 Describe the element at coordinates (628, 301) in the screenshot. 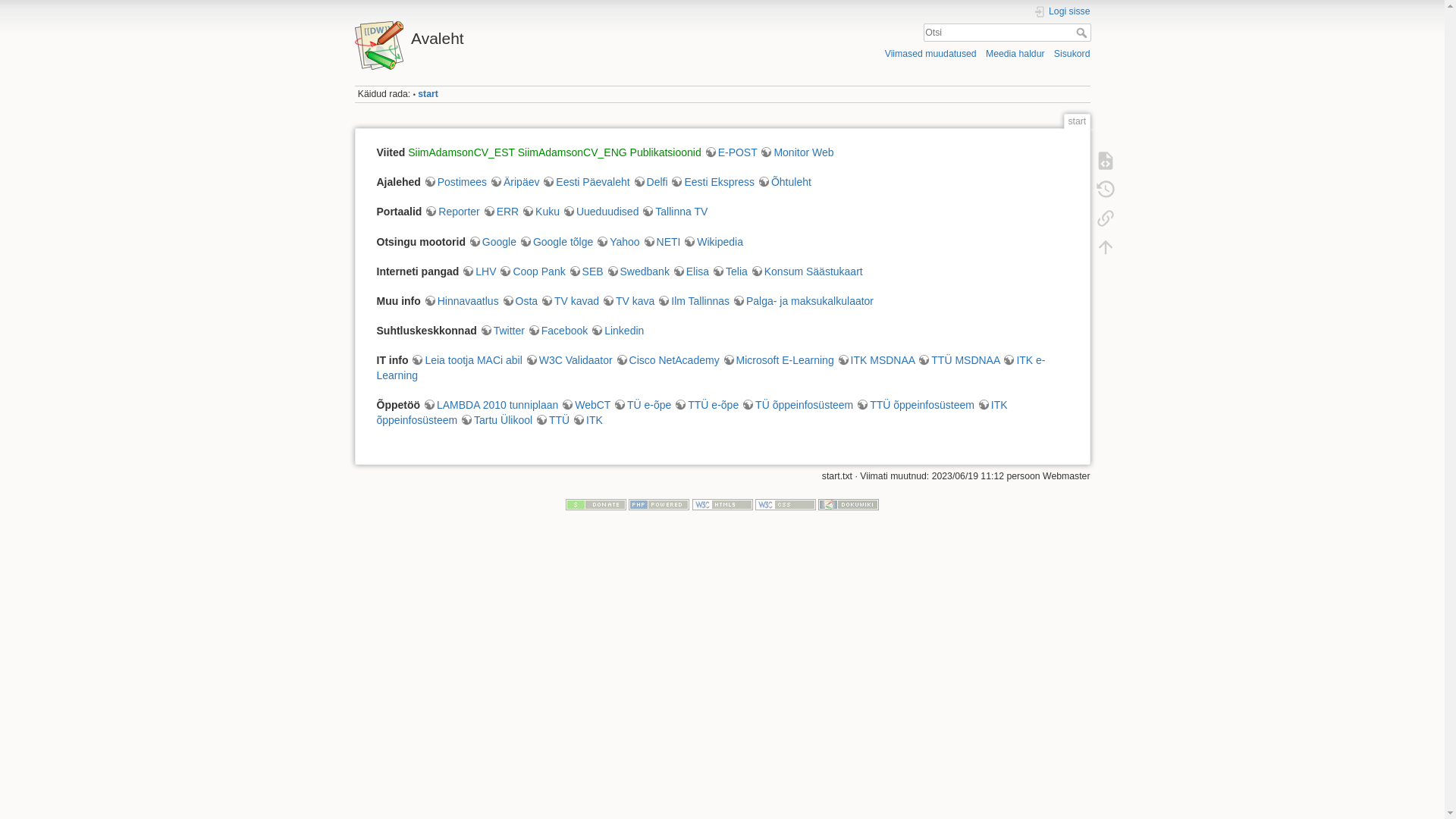

I see `'TV kava'` at that location.